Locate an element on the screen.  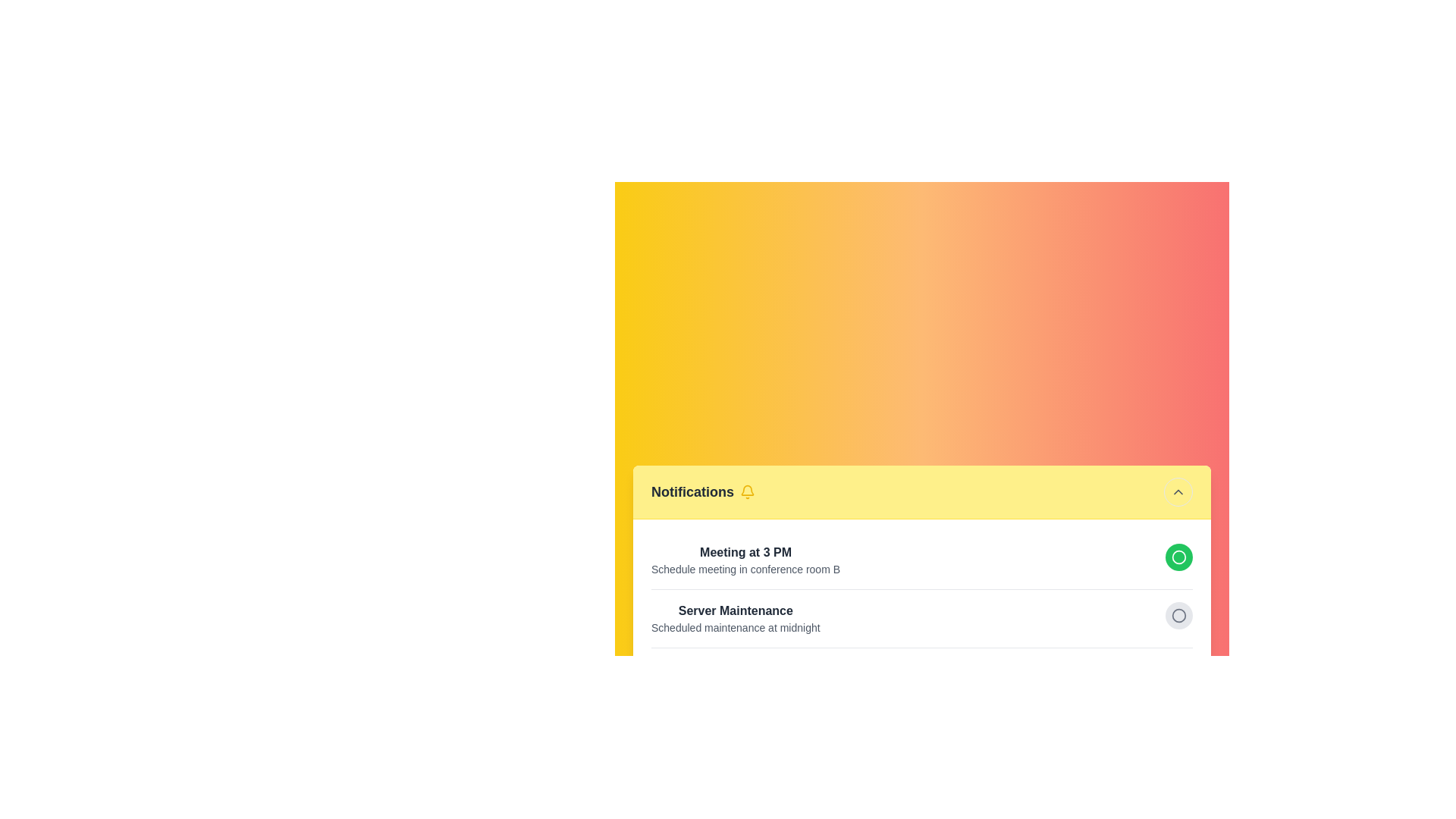
the circular button located in the lower-right part of the list or card interface, which is styled as a rounded button with a green background and white content is located at coordinates (1178, 672).